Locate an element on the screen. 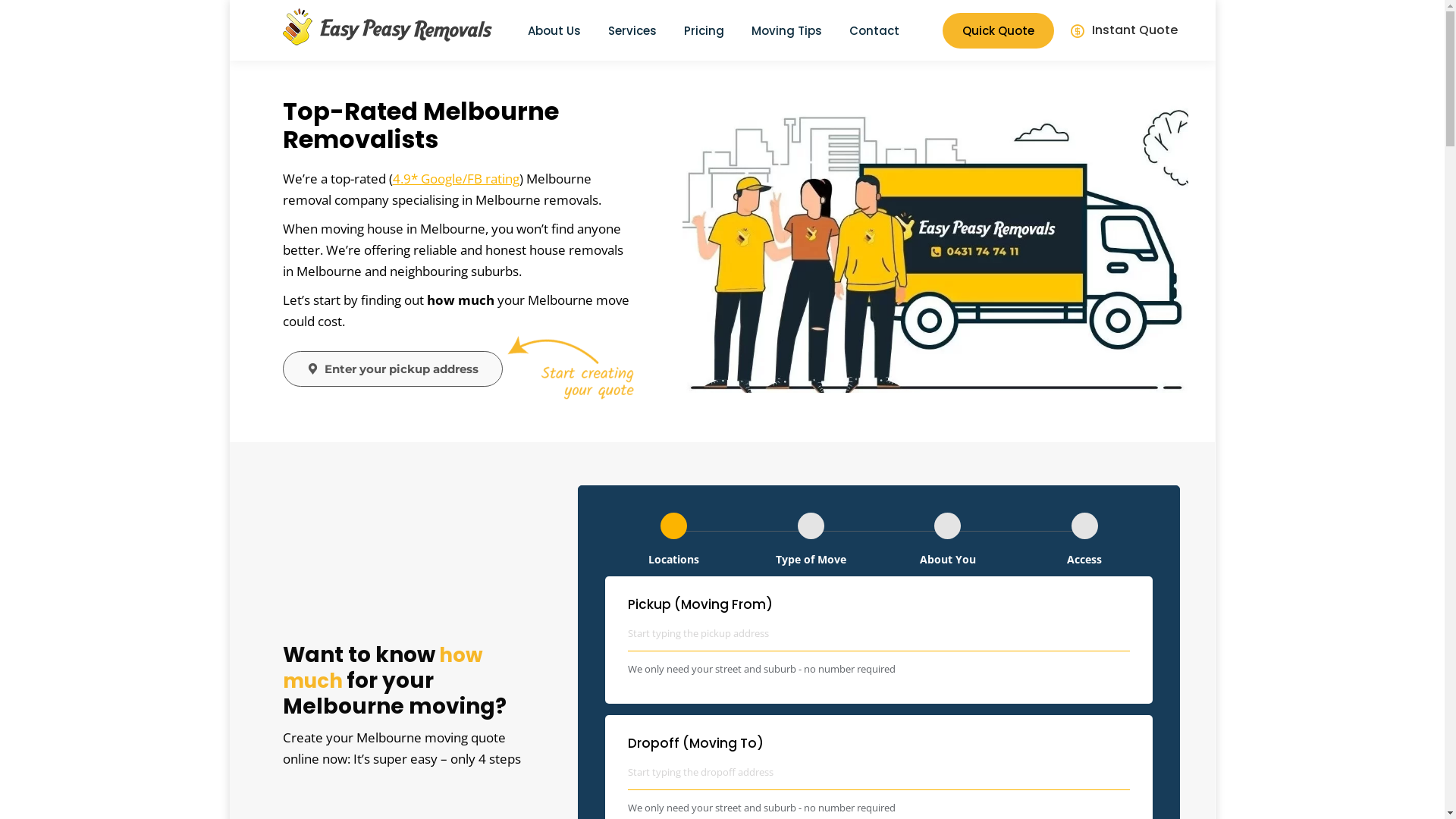  'About Us' is located at coordinates (553, 30).